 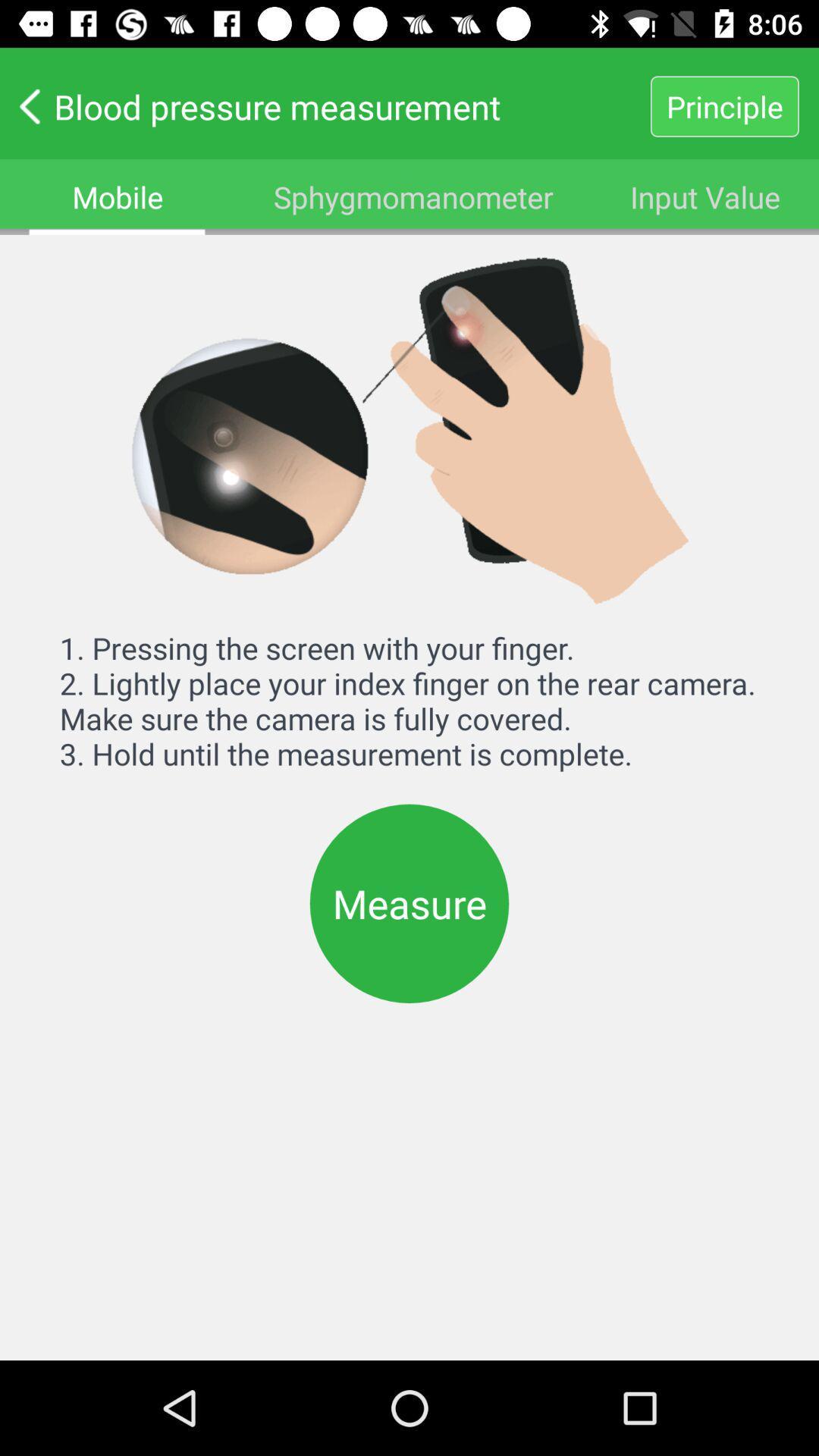 What do you see at coordinates (413, 196) in the screenshot?
I see `the icon to the right of mobile item` at bounding box center [413, 196].